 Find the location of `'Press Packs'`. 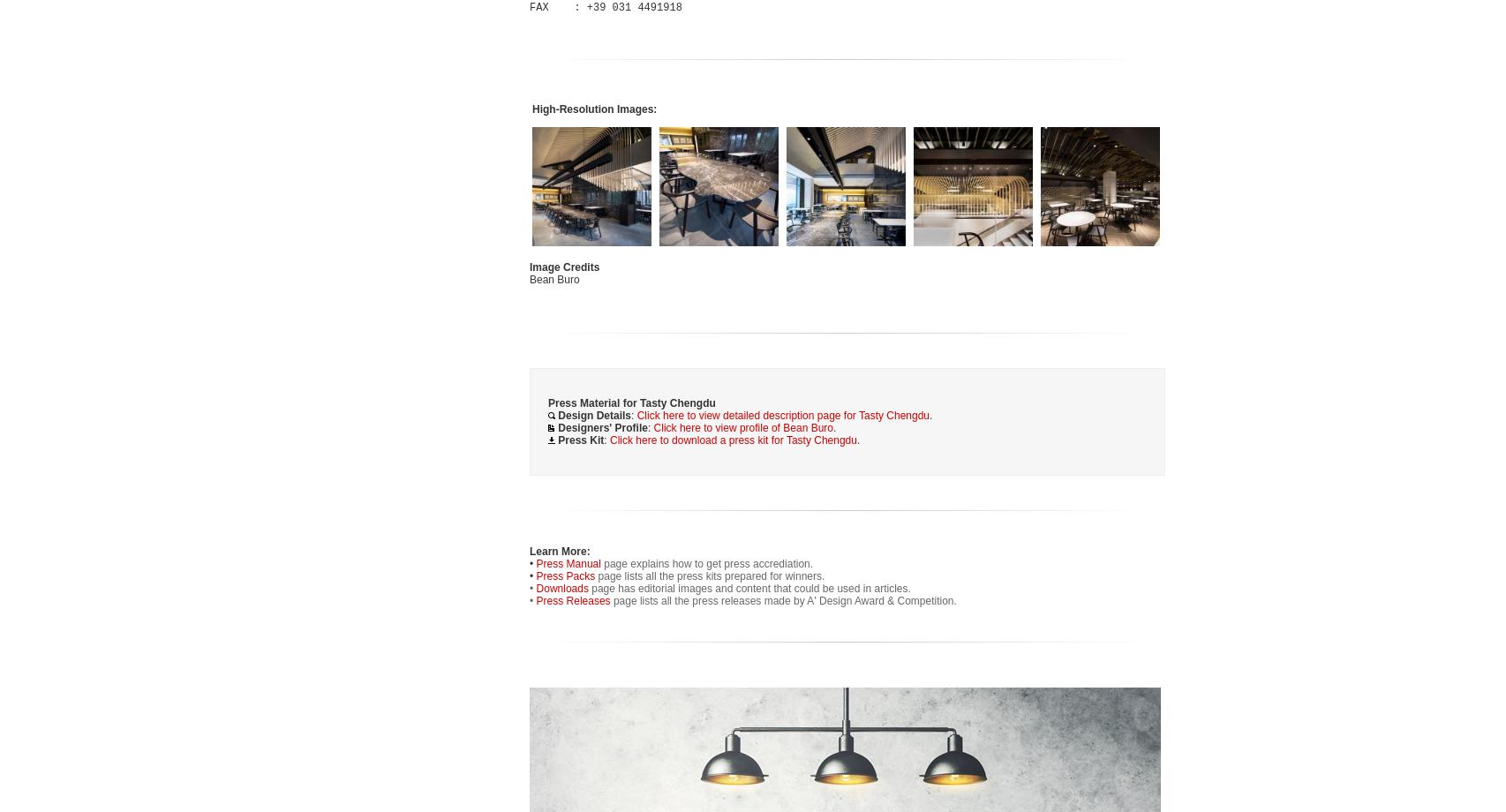

'Press Packs' is located at coordinates (565, 575).